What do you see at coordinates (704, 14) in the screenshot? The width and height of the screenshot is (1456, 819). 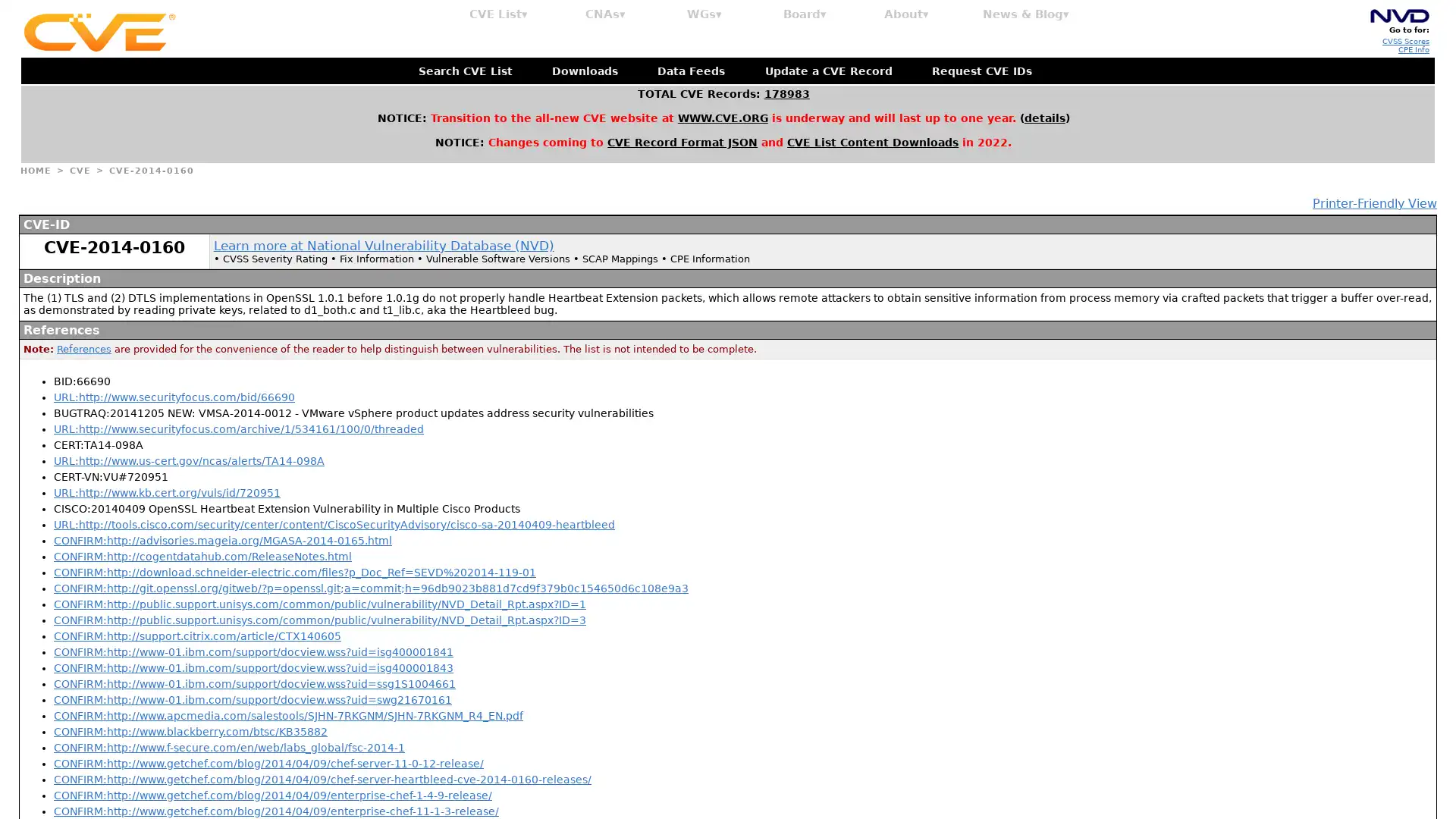 I see `WGs` at bounding box center [704, 14].